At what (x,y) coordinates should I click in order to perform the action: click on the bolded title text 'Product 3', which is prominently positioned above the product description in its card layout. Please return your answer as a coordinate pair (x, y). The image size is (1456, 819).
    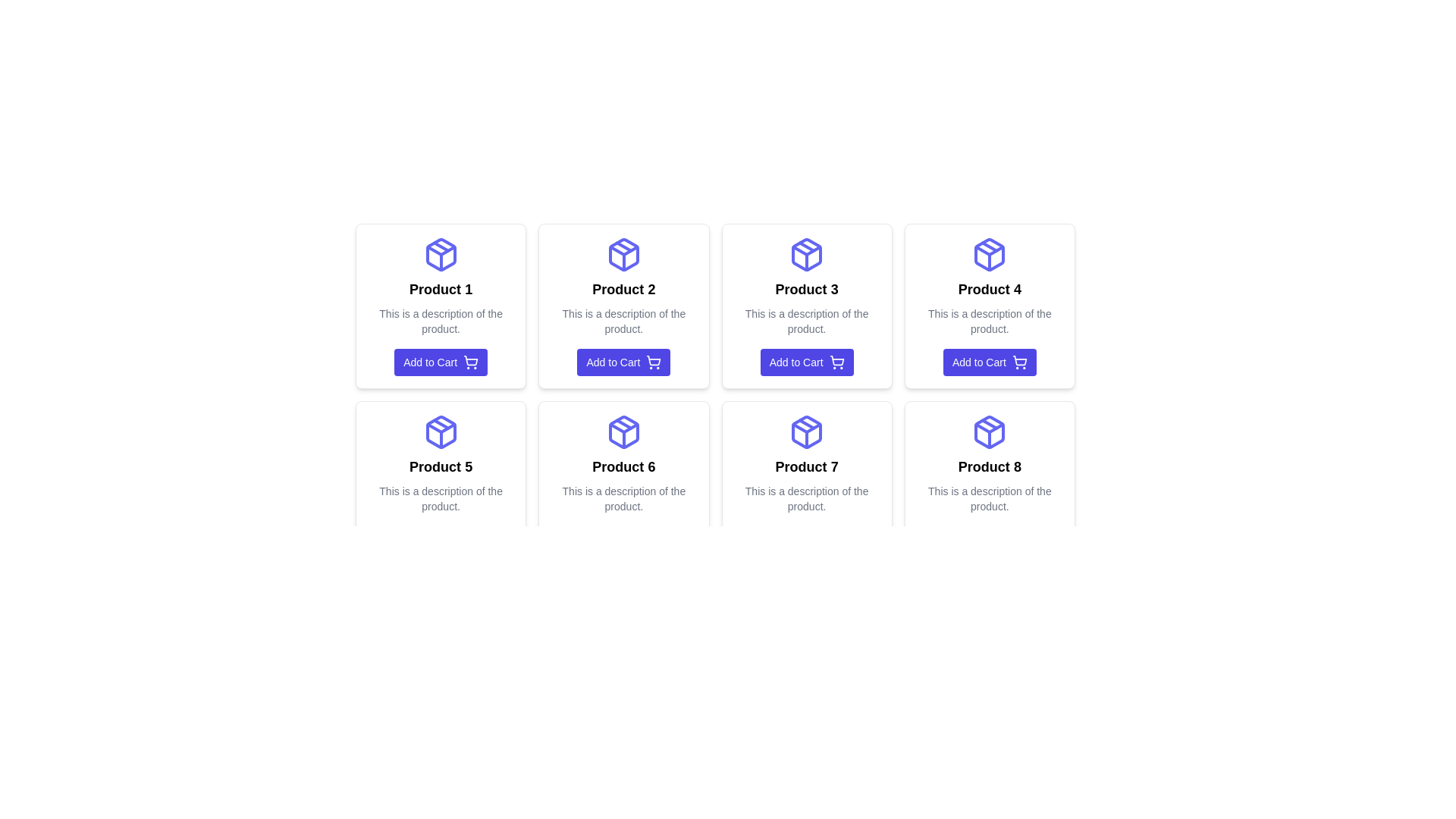
    Looking at the image, I should click on (806, 289).